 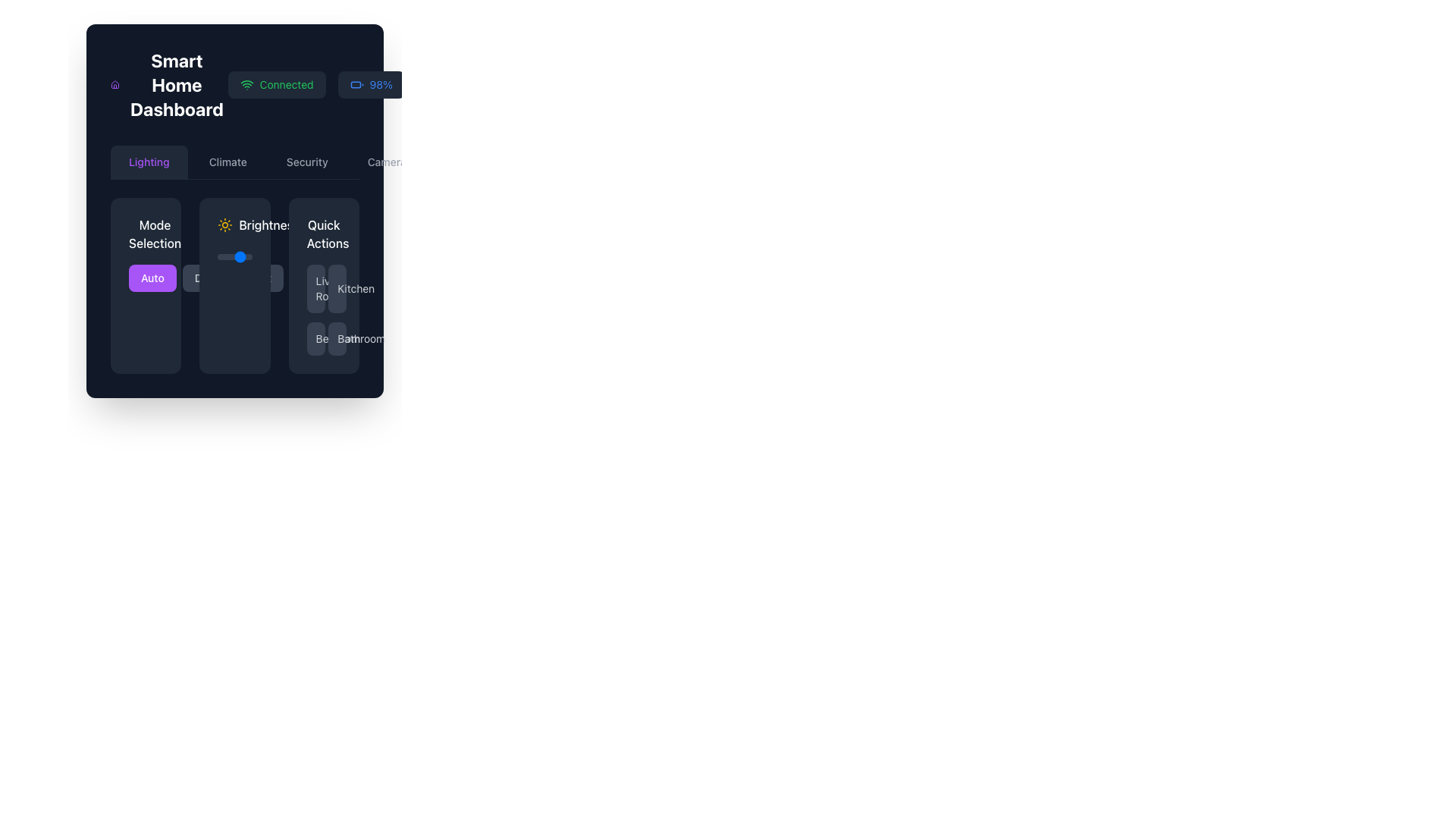 What do you see at coordinates (306, 162) in the screenshot?
I see `the 'Security' navigation button, which is the third button from the left in a horizontal navigation bar, to observe the style change` at bounding box center [306, 162].